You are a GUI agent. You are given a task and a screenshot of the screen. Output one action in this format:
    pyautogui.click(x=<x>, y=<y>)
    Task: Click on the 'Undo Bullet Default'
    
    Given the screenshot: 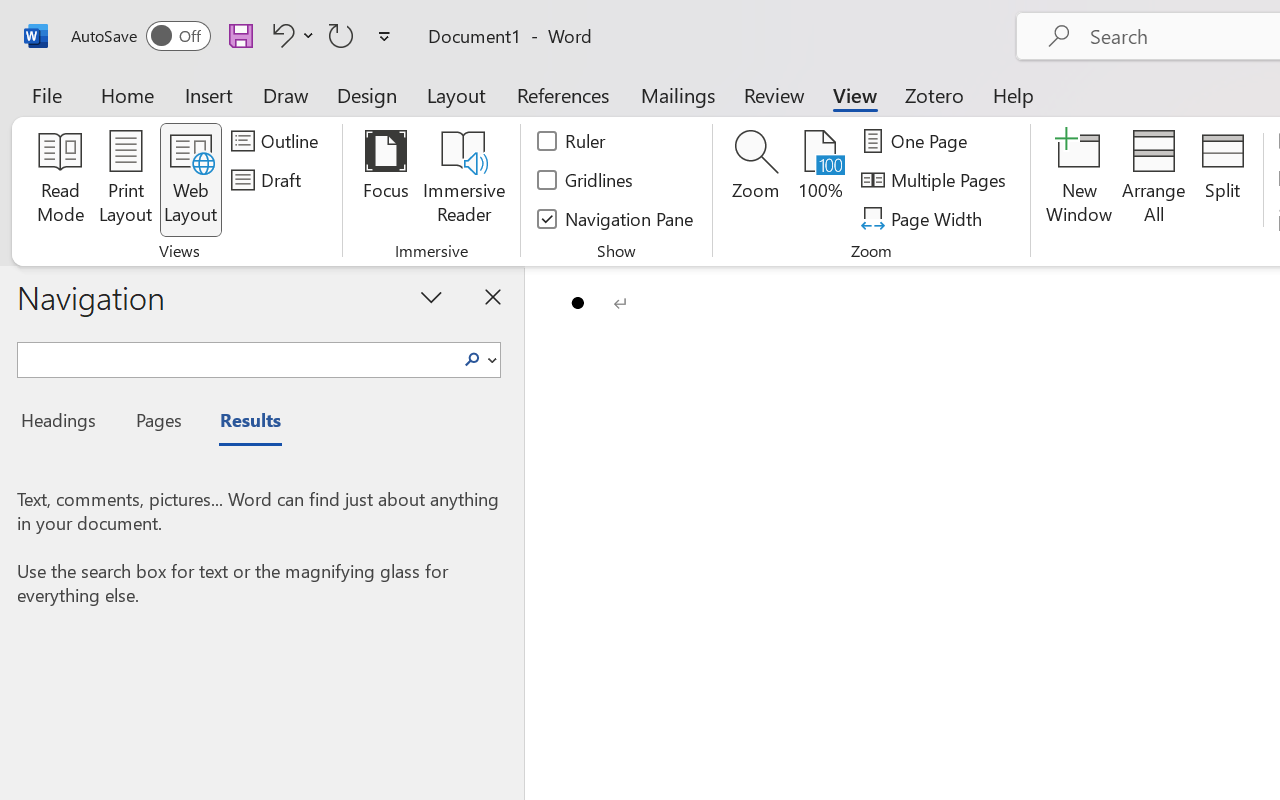 What is the action you would take?
    pyautogui.click(x=279, y=34)
    